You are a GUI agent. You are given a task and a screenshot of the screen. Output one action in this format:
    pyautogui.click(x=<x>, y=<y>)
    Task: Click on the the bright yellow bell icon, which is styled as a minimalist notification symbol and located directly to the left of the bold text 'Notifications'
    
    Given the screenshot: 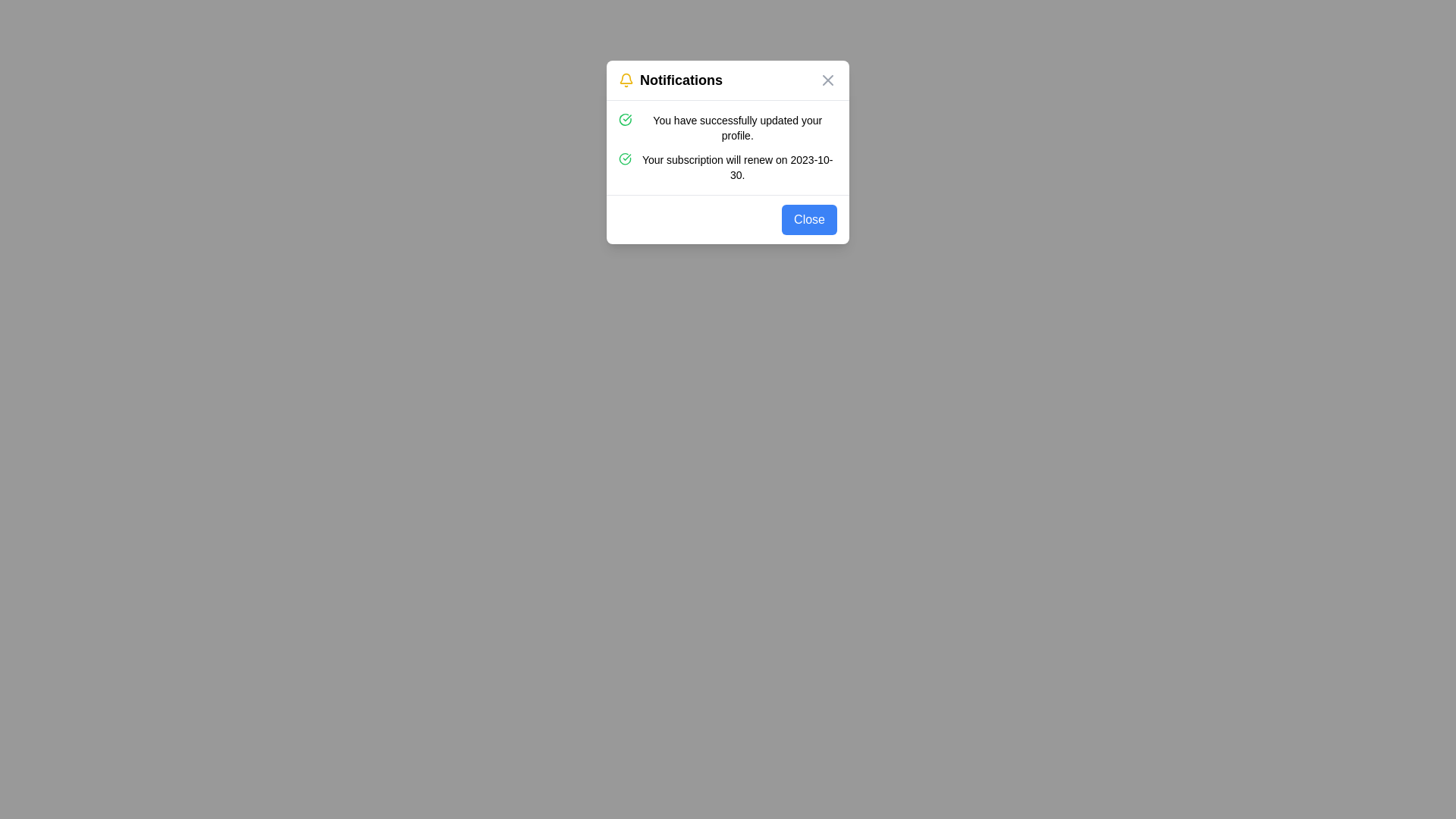 What is the action you would take?
    pyautogui.click(x=626, y=80)
    